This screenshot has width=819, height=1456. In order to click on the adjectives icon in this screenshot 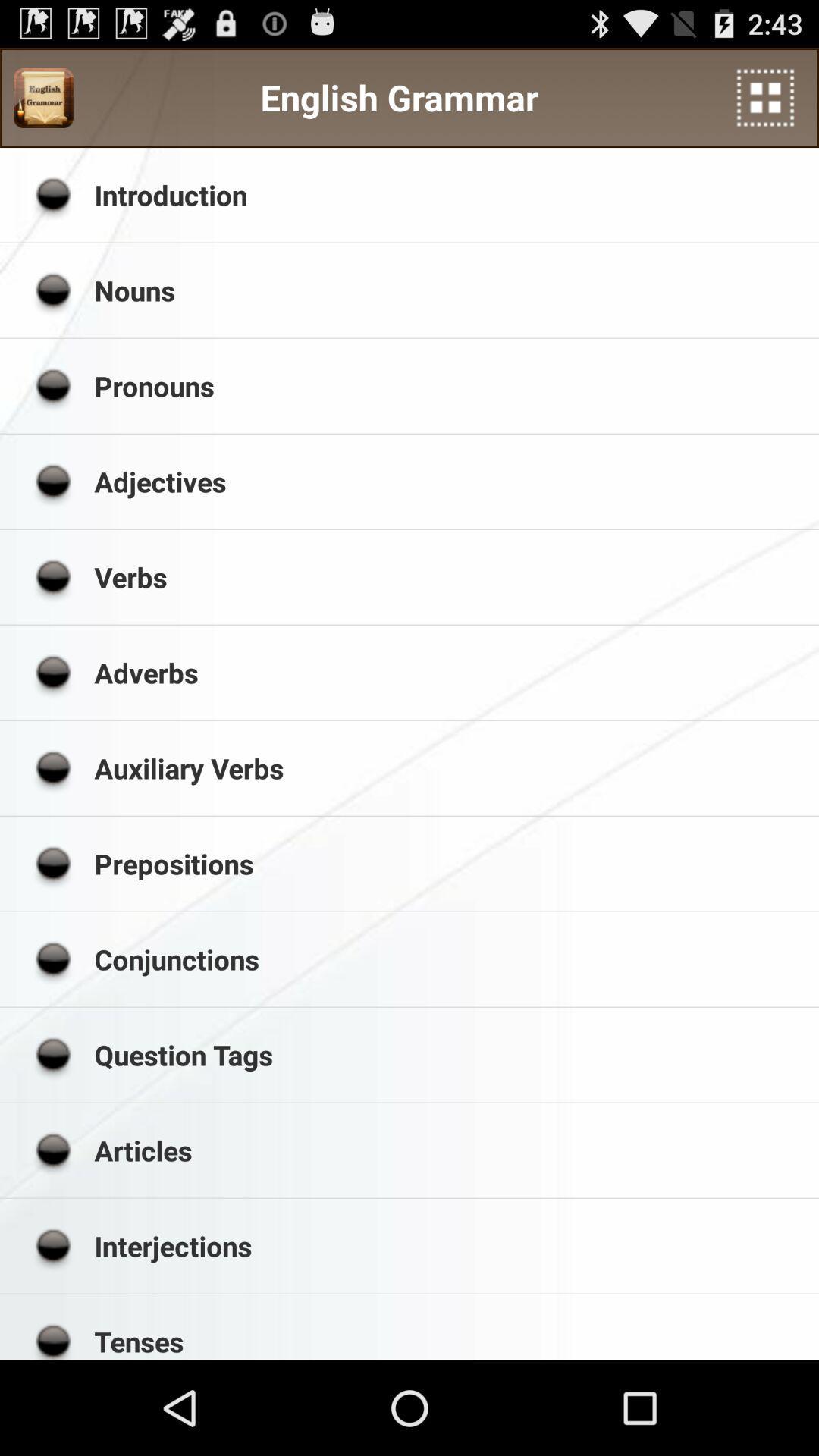, I will do `click(450, 481)`.